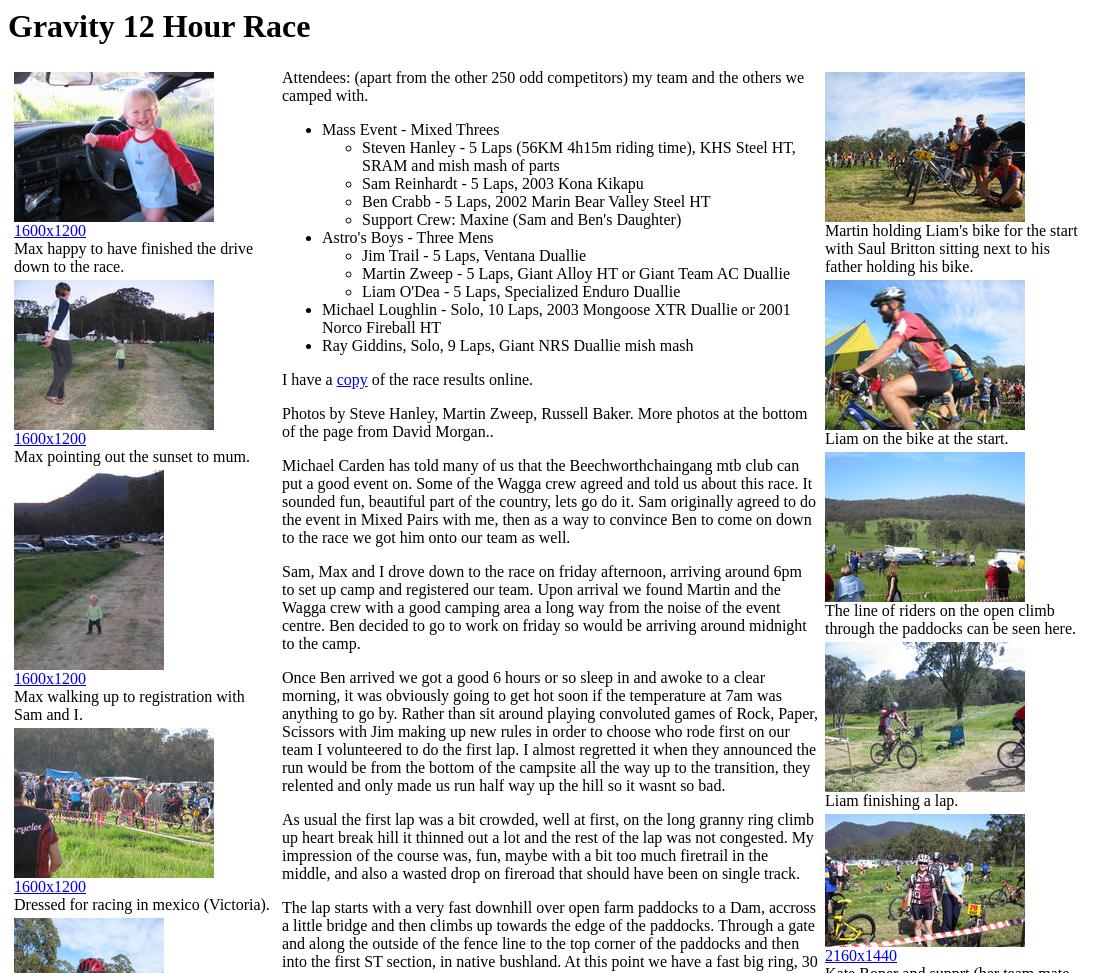 This screenshot has height=973, width=1100. What do you see at coordinates (577, 156) in the screenshot?
I see `'Steven Hanley - 5 Laps (56KM 4h15m riding time), KHS
                          Steel HT, SRAM and mish mash of parts'` at bounding box center [577, 156].